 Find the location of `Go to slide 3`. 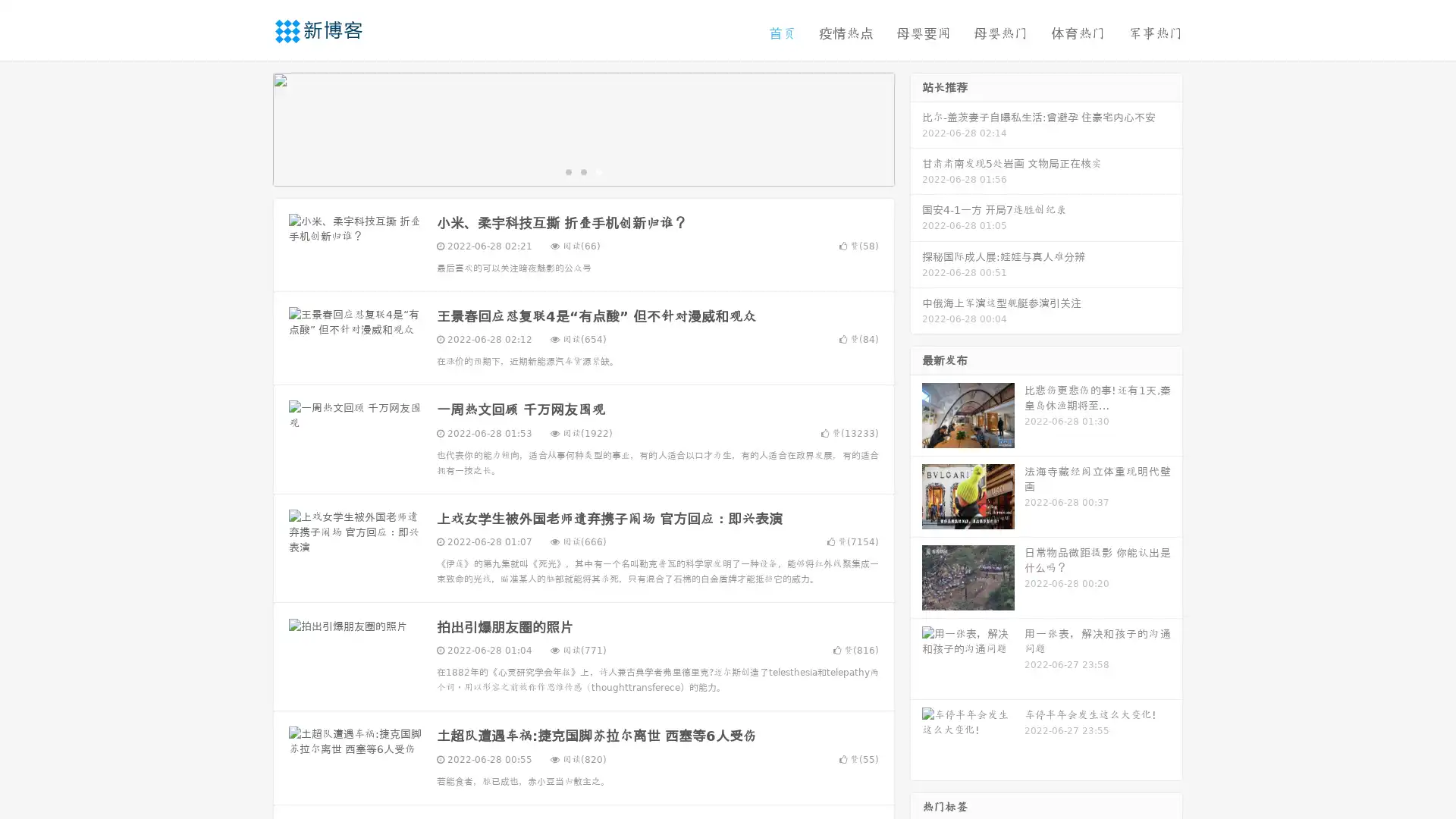

Go to slide 3 is located at coordinates (598, 171).